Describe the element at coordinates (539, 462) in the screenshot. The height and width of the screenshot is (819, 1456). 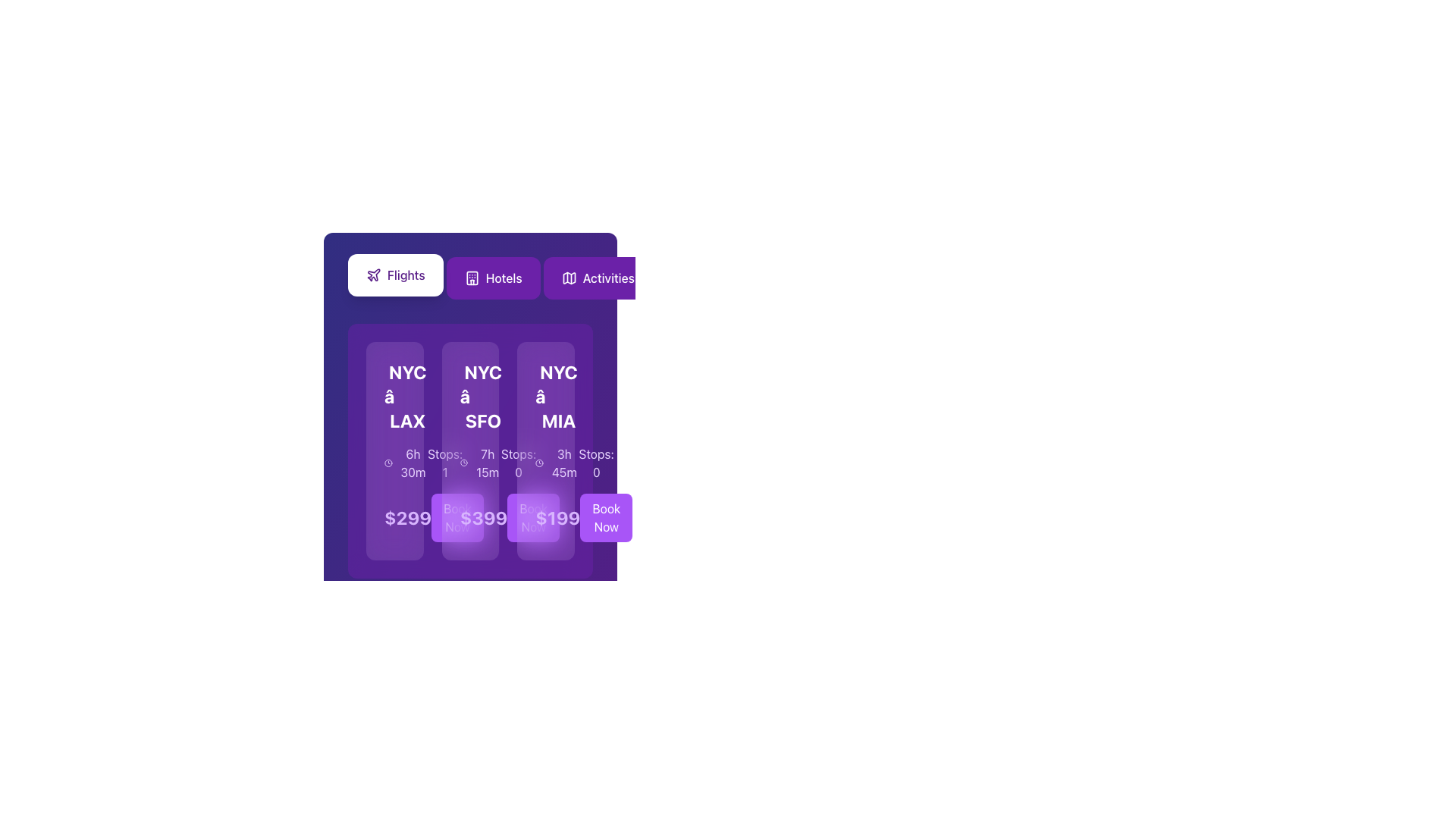
I see `the circular clock face icon located on the left side of the third column in the group of itinerary cards` at that location.